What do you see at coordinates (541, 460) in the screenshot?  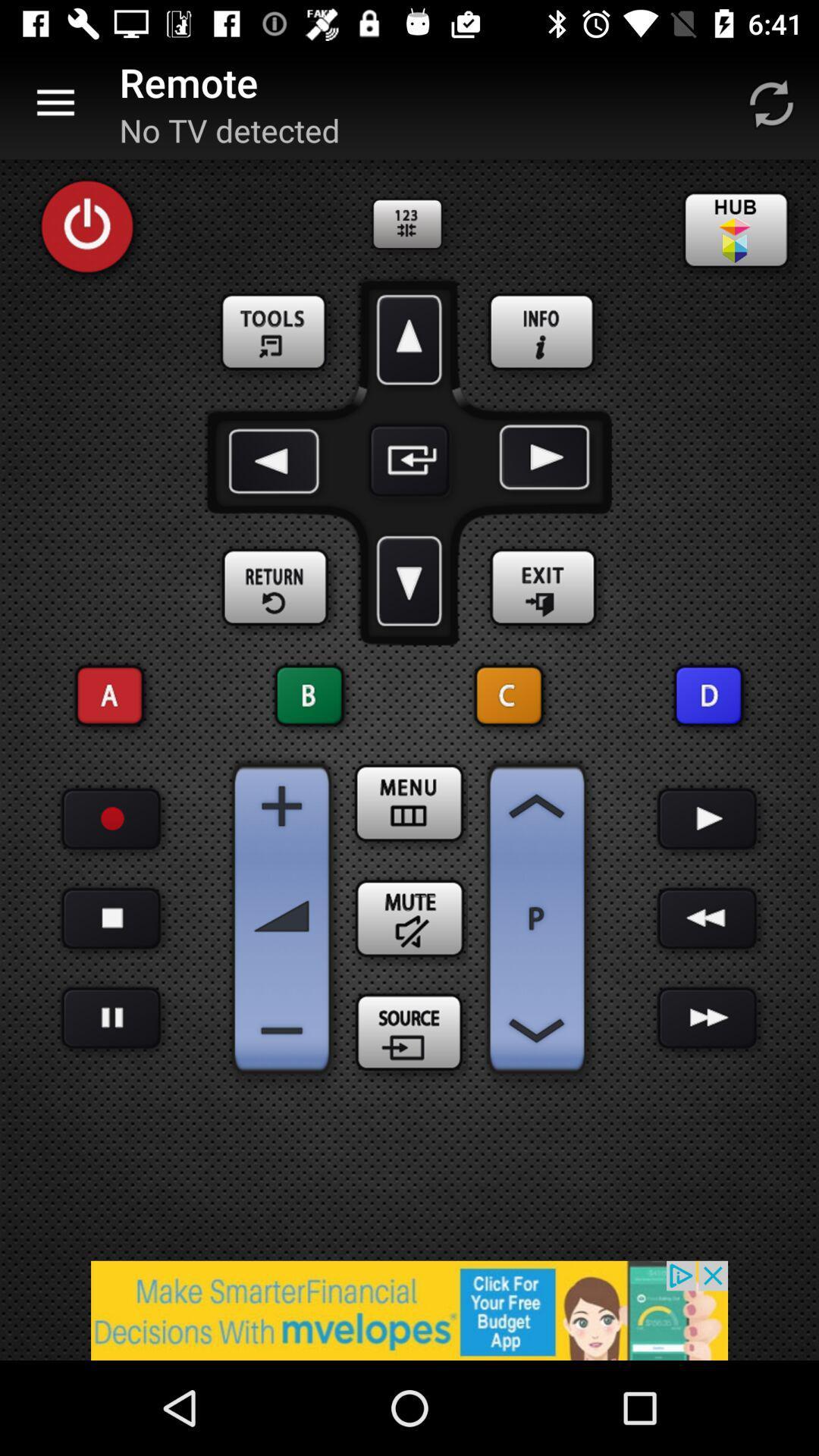 I see `next` at bounding box center [541, 460].